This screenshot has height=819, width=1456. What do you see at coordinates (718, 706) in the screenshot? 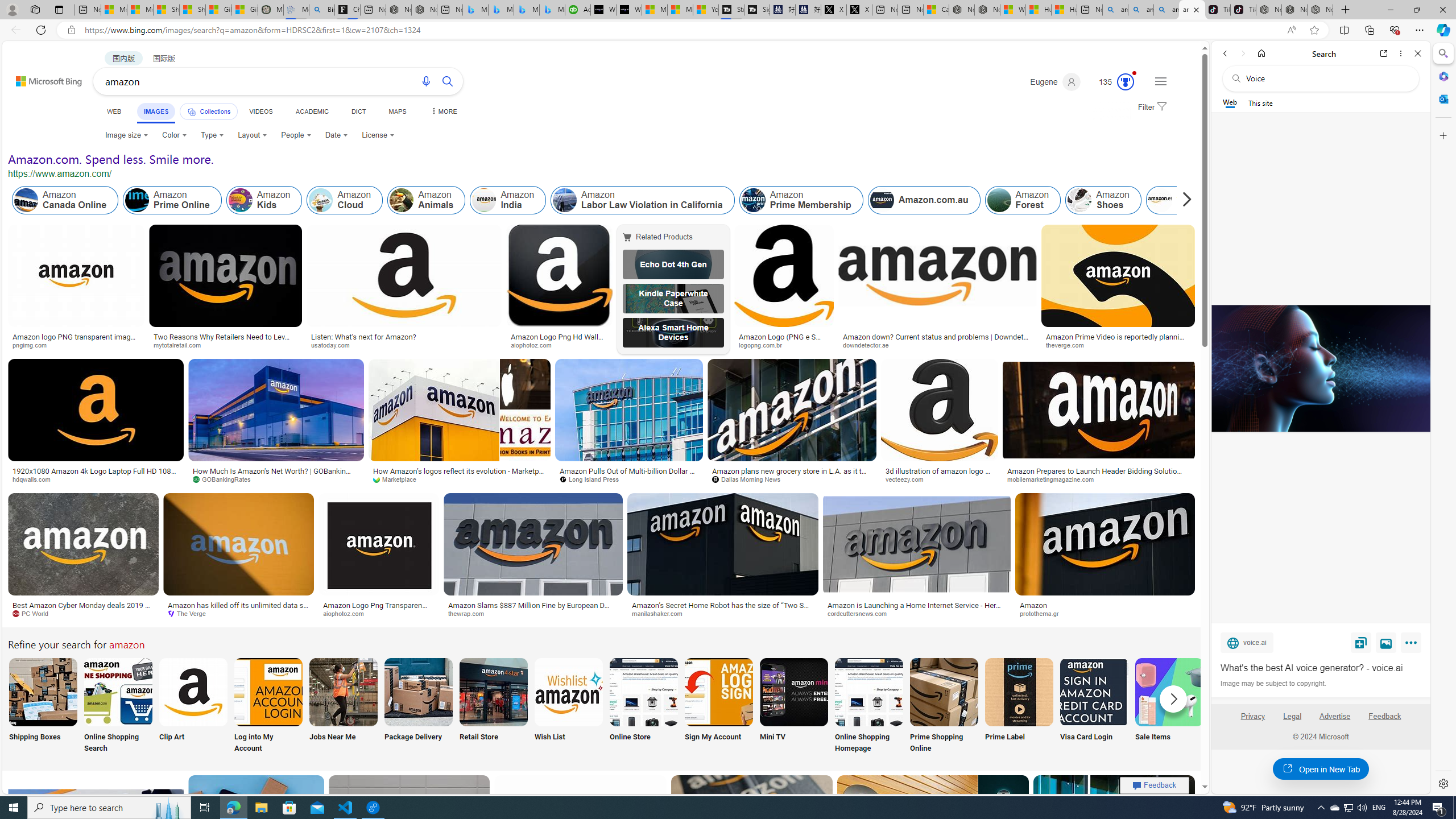
I see `'Amazon Sign in My Account Sign My Account'` at bounding box center [718, 706].